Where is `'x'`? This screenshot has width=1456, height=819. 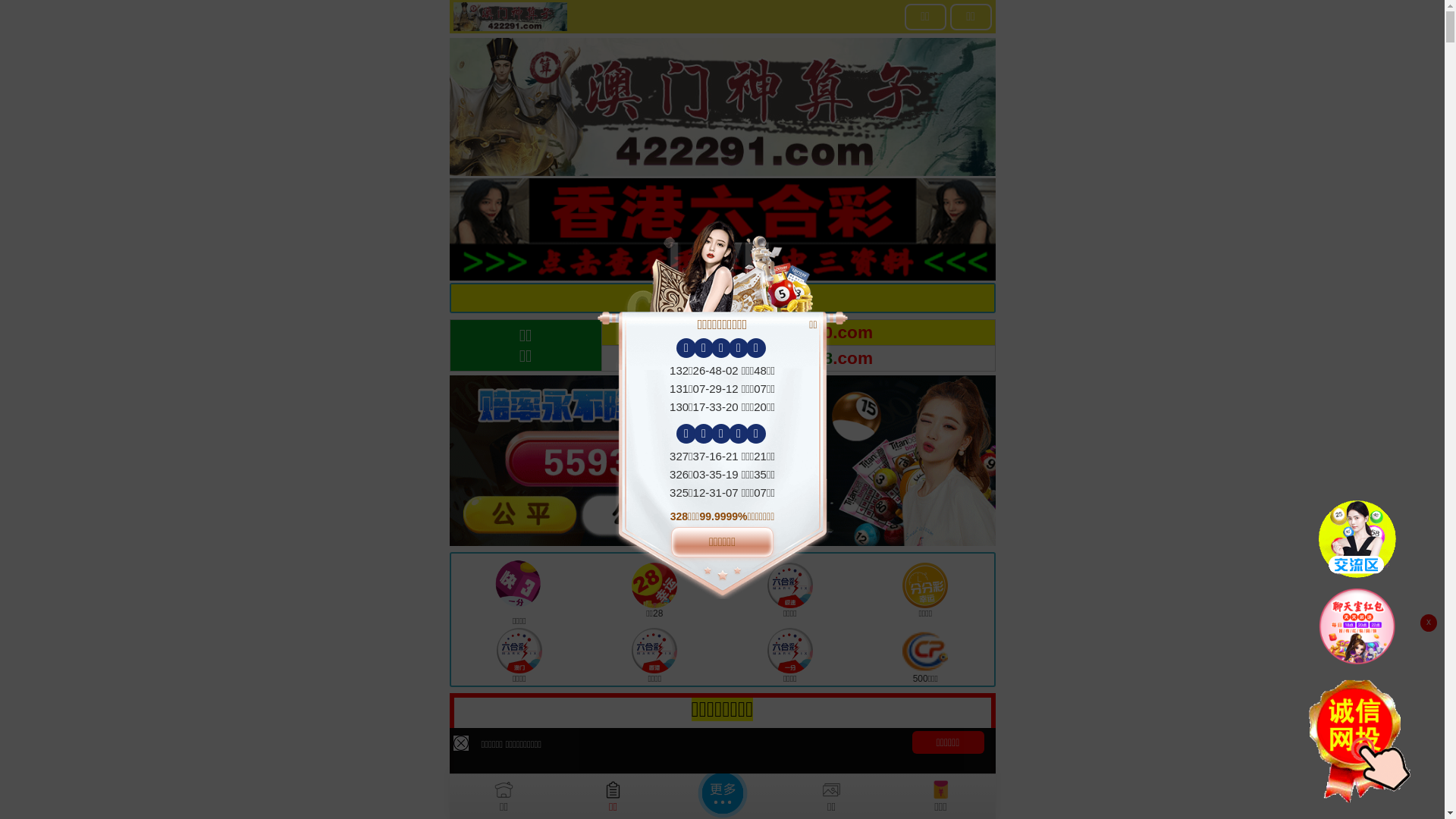
'x' is located at coordinates (1419, 623).